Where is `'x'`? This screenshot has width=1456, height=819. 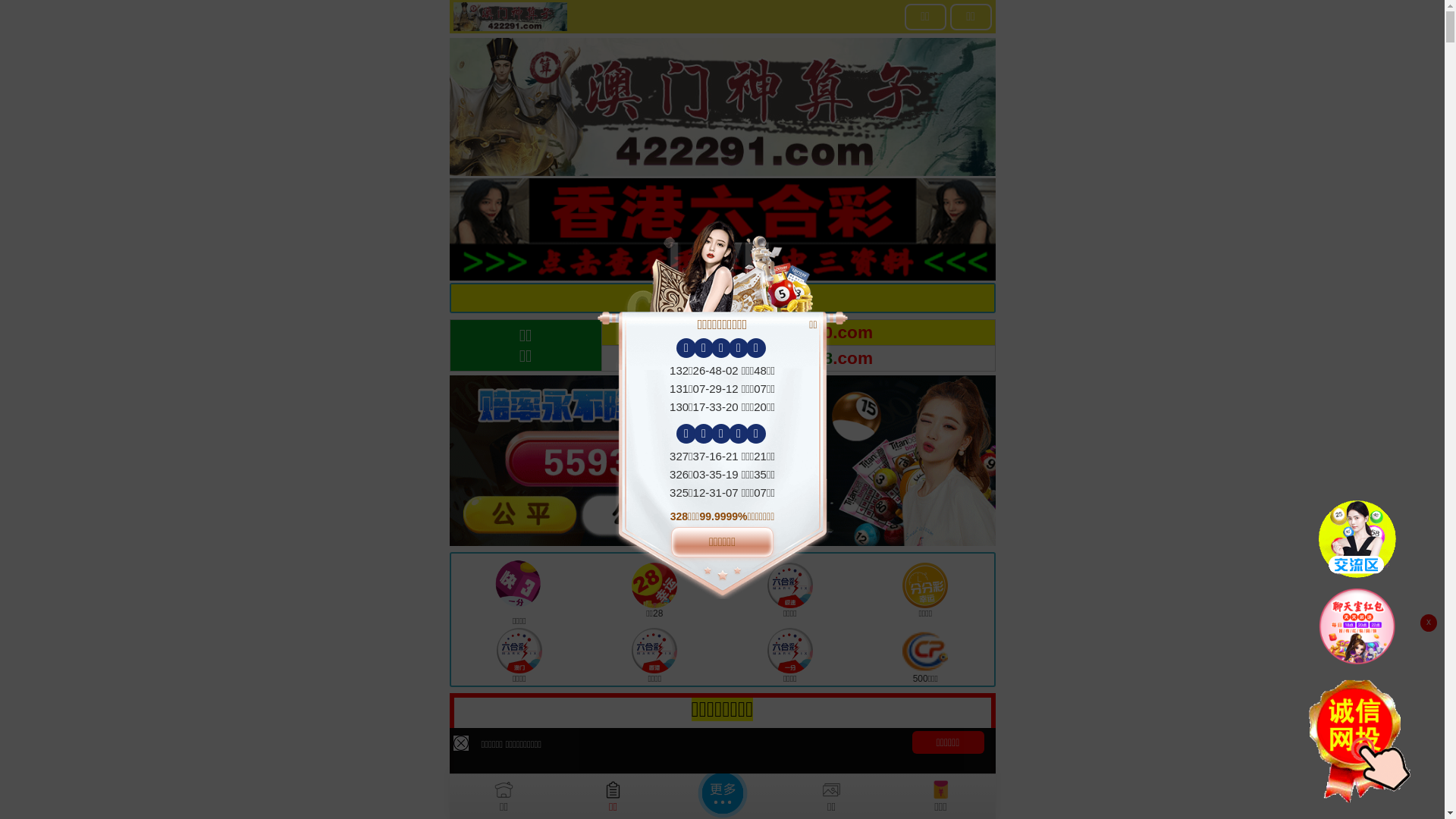
'x' is located at coordinates (1419, 623).